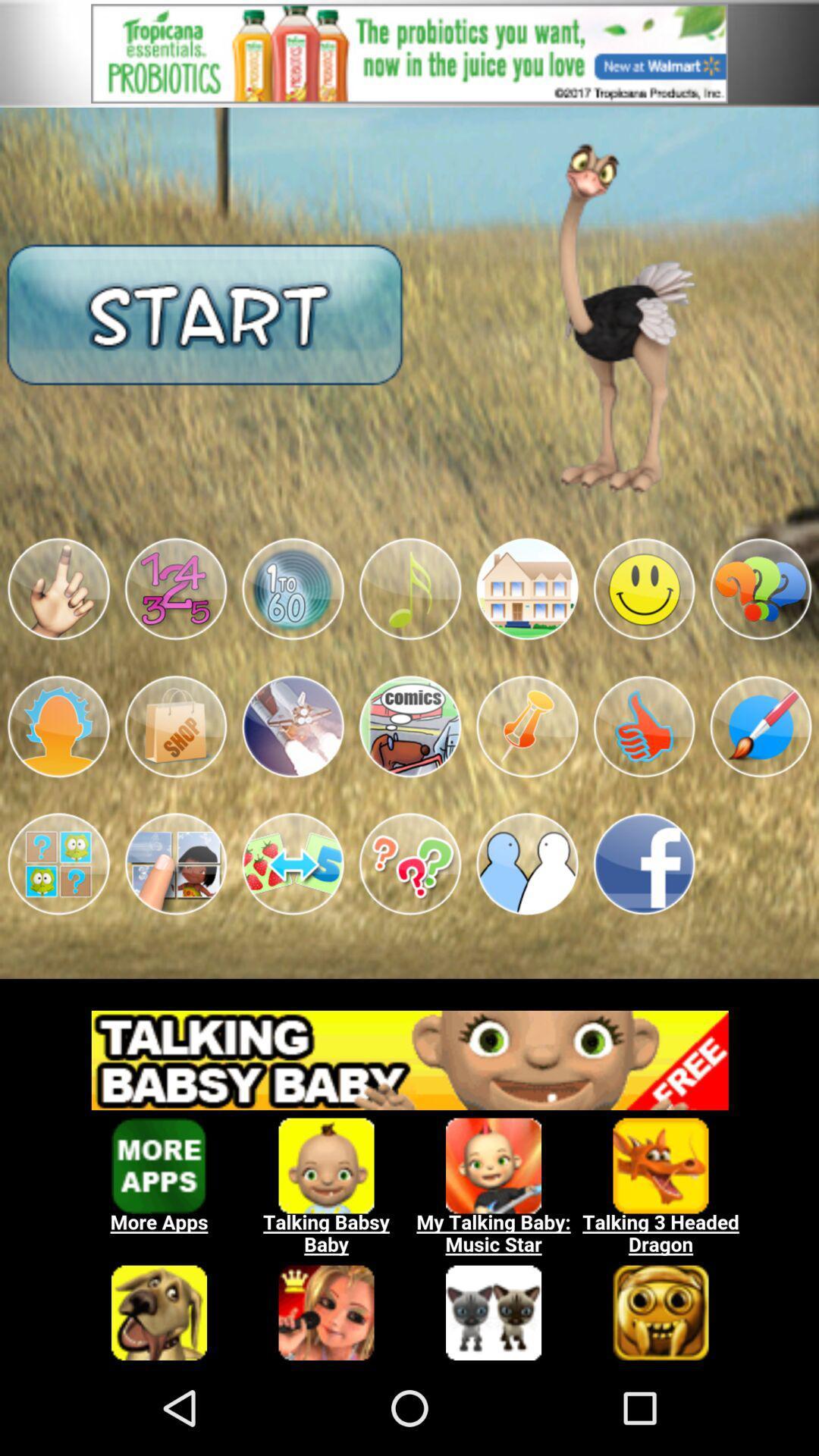 The image size is (819, 1456). Describe the element at coordinates (526, 864) in the screenshot. I see `app` at that location.